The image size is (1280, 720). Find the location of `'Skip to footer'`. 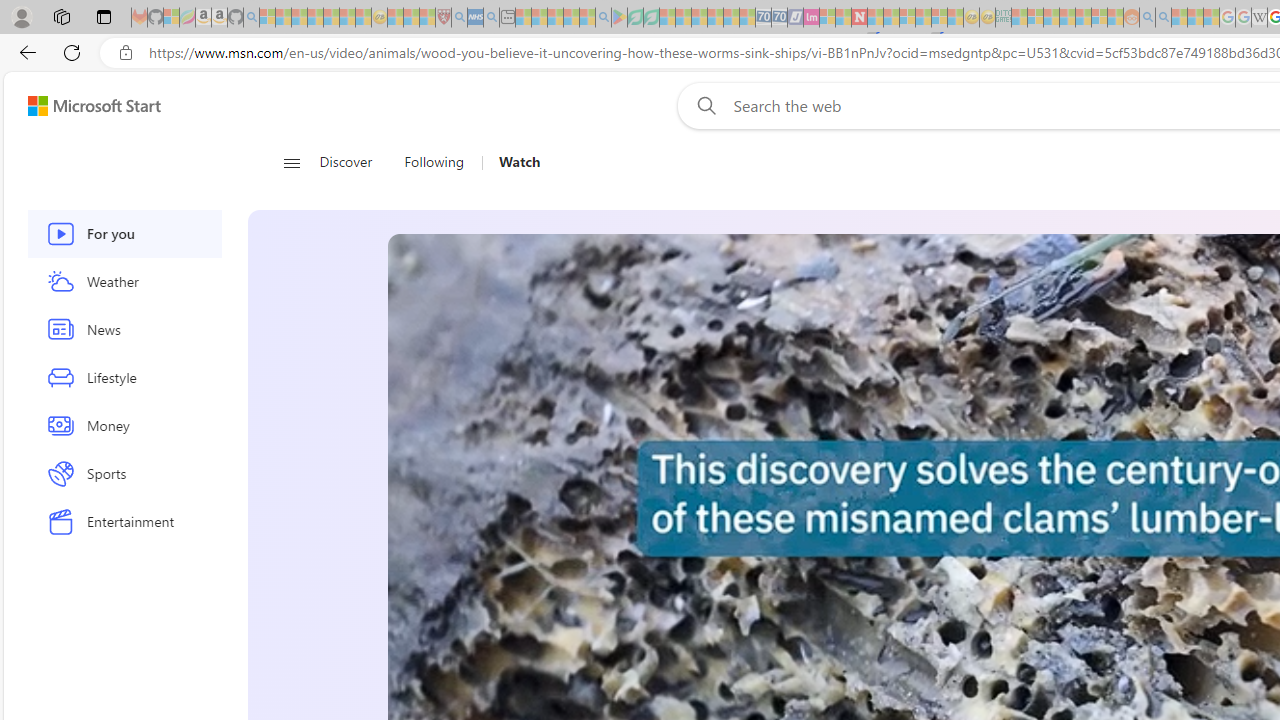

'Skip to footer' is located at coordinates (81, 105).